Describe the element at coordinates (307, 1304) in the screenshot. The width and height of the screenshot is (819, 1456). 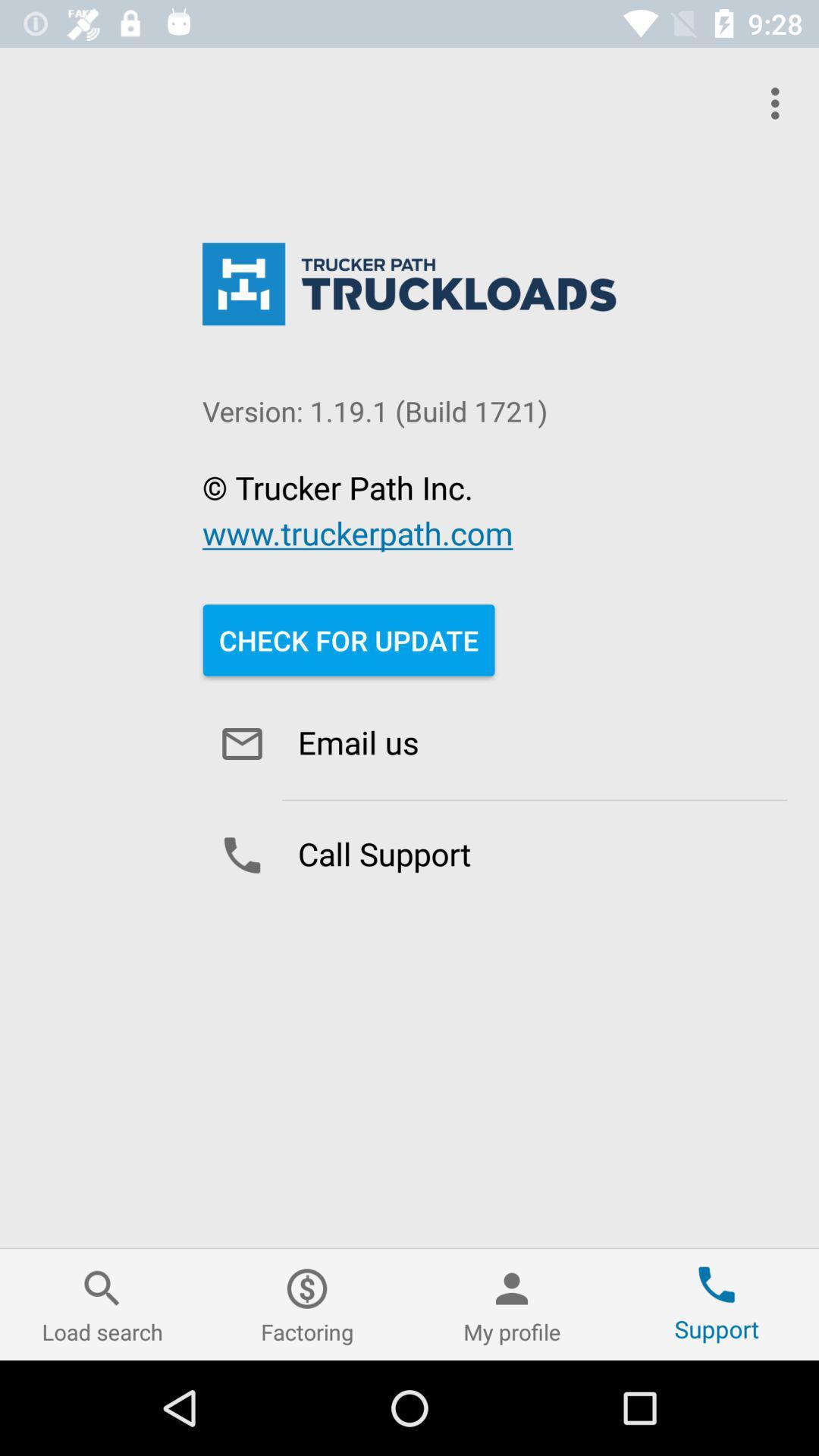
I see `the icon to the left of the my profile icon` at that location.